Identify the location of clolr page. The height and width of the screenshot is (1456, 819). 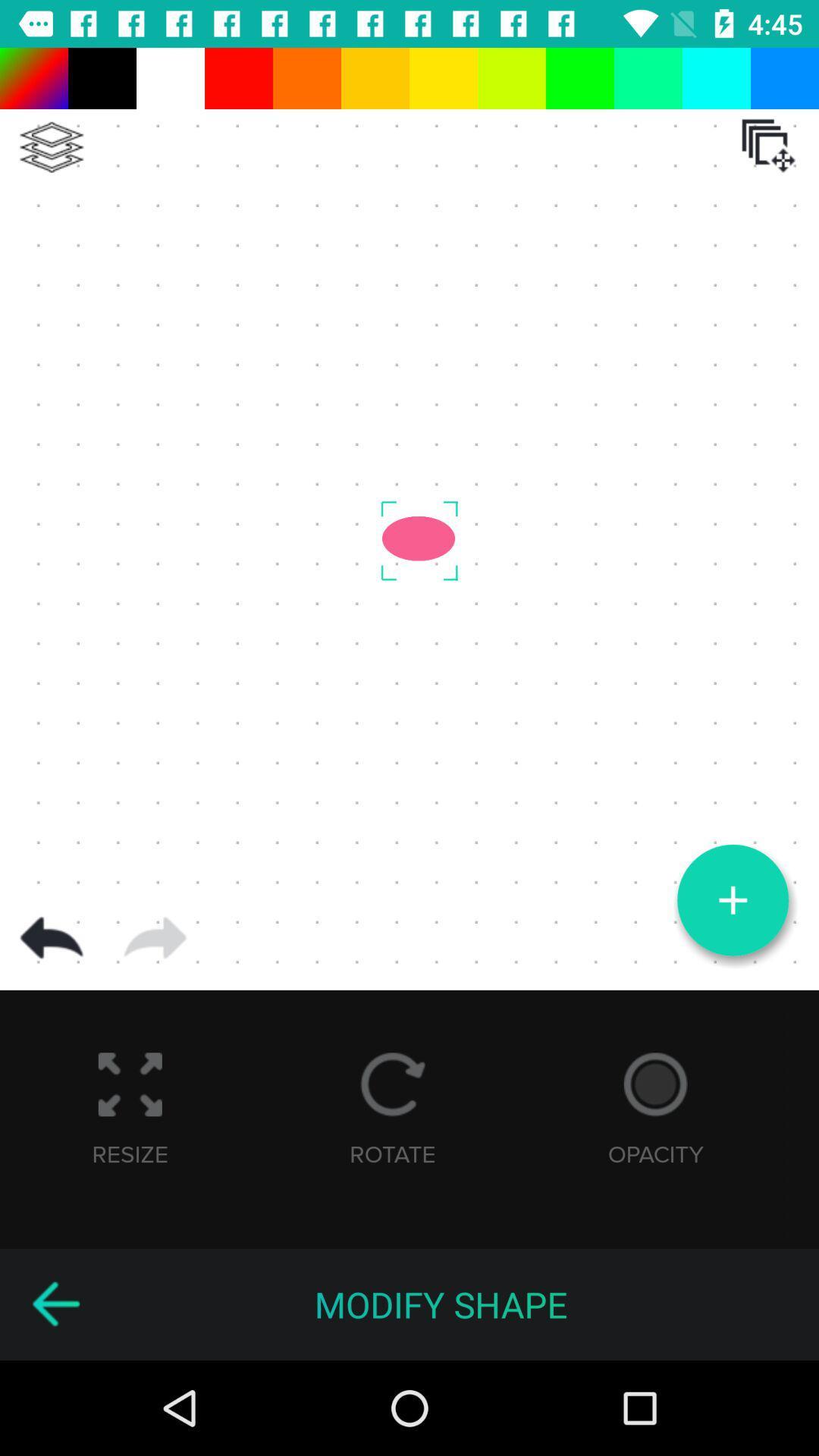
(51, 147).